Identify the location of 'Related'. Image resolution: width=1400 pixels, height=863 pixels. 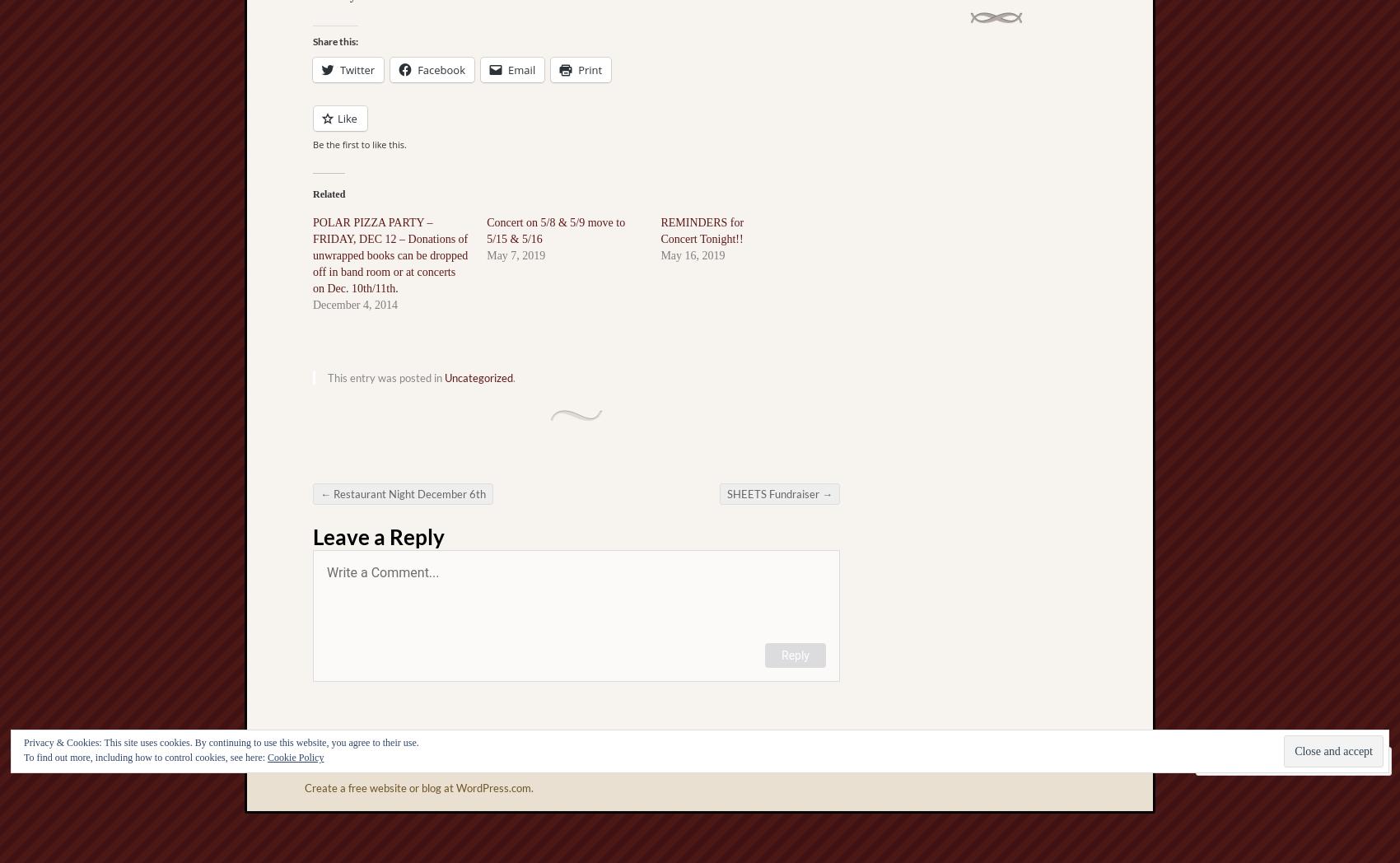
(328, 194).